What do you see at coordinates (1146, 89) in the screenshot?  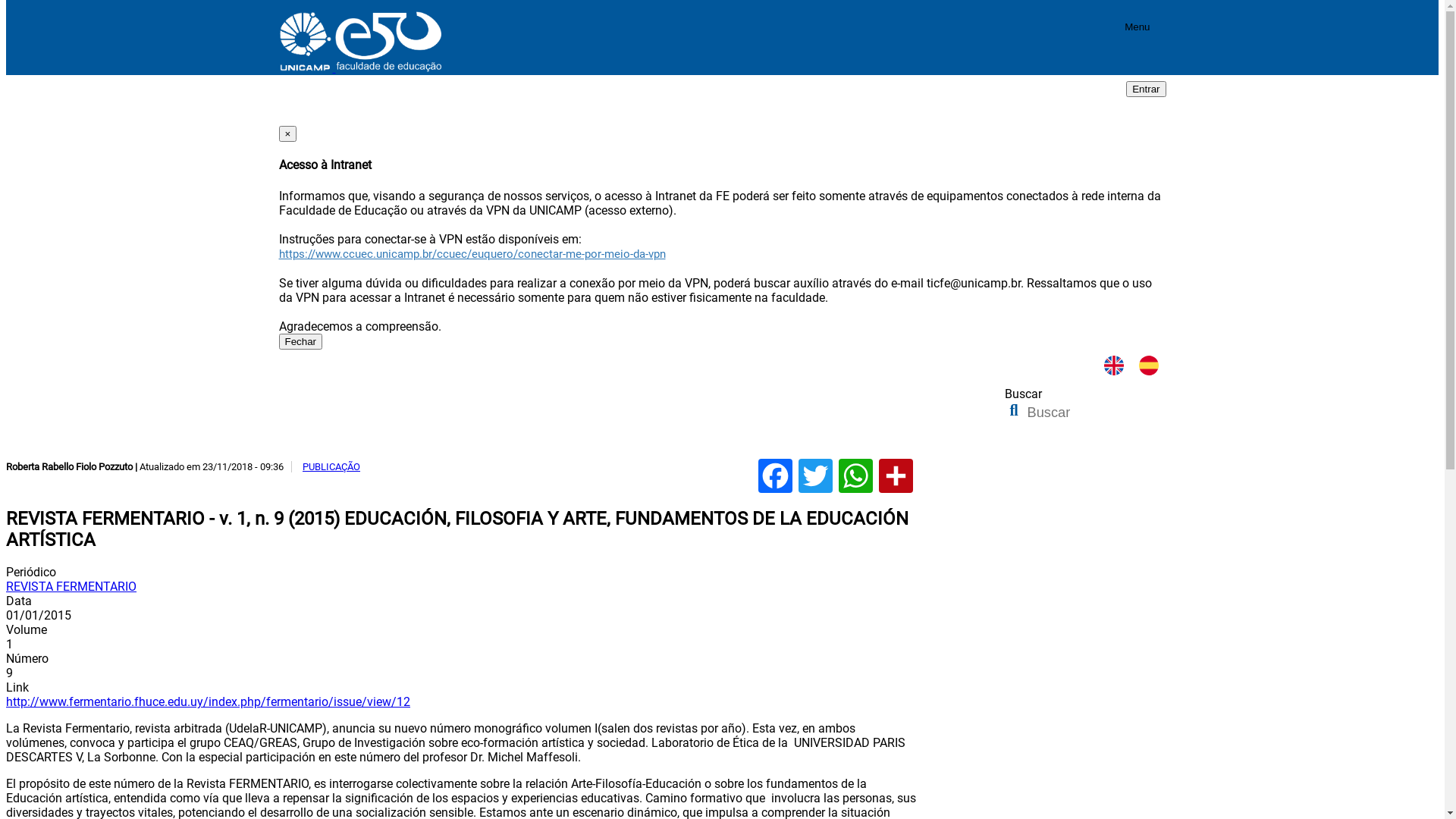 I see `'Entrar'` at bounding box center [1146, 89].